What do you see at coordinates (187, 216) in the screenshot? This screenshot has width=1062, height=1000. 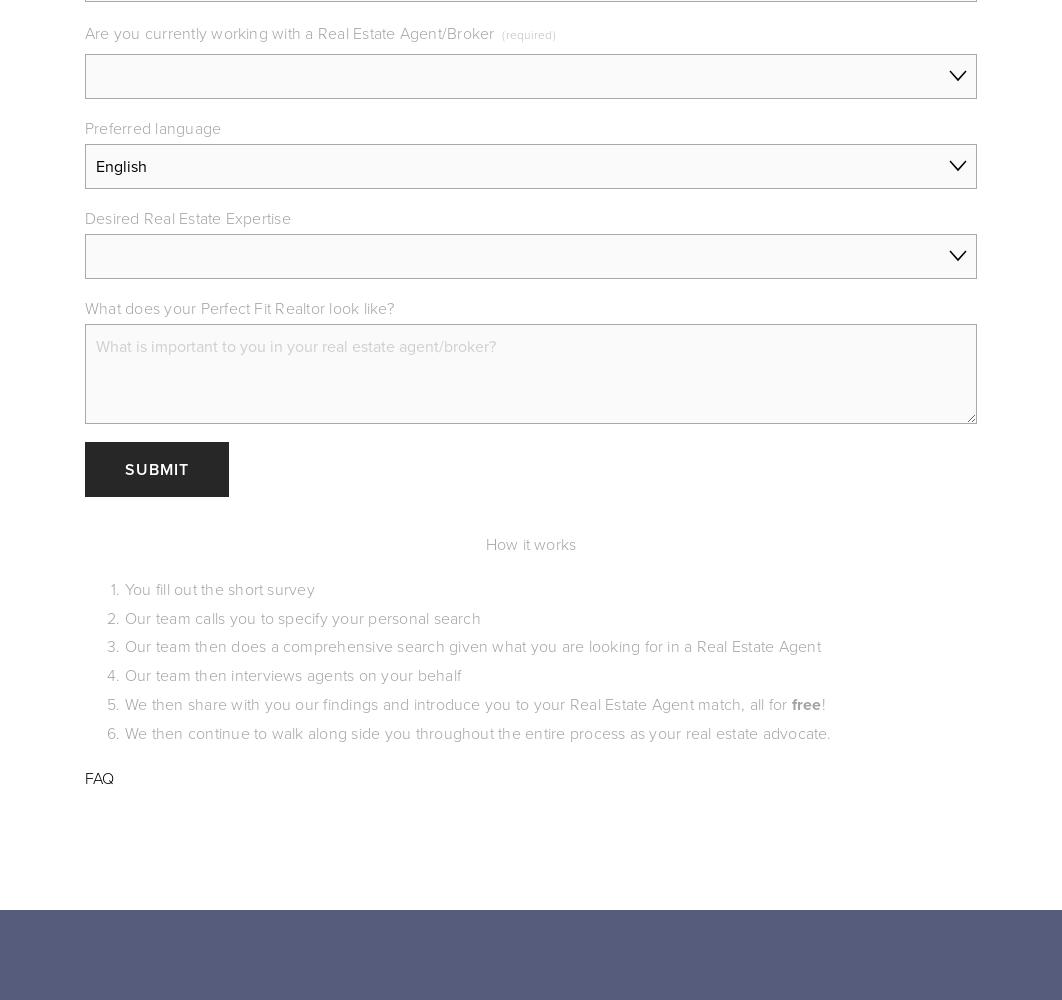 I see `'Desired Real Estate Expertise'` at bounding box center [187, 216].